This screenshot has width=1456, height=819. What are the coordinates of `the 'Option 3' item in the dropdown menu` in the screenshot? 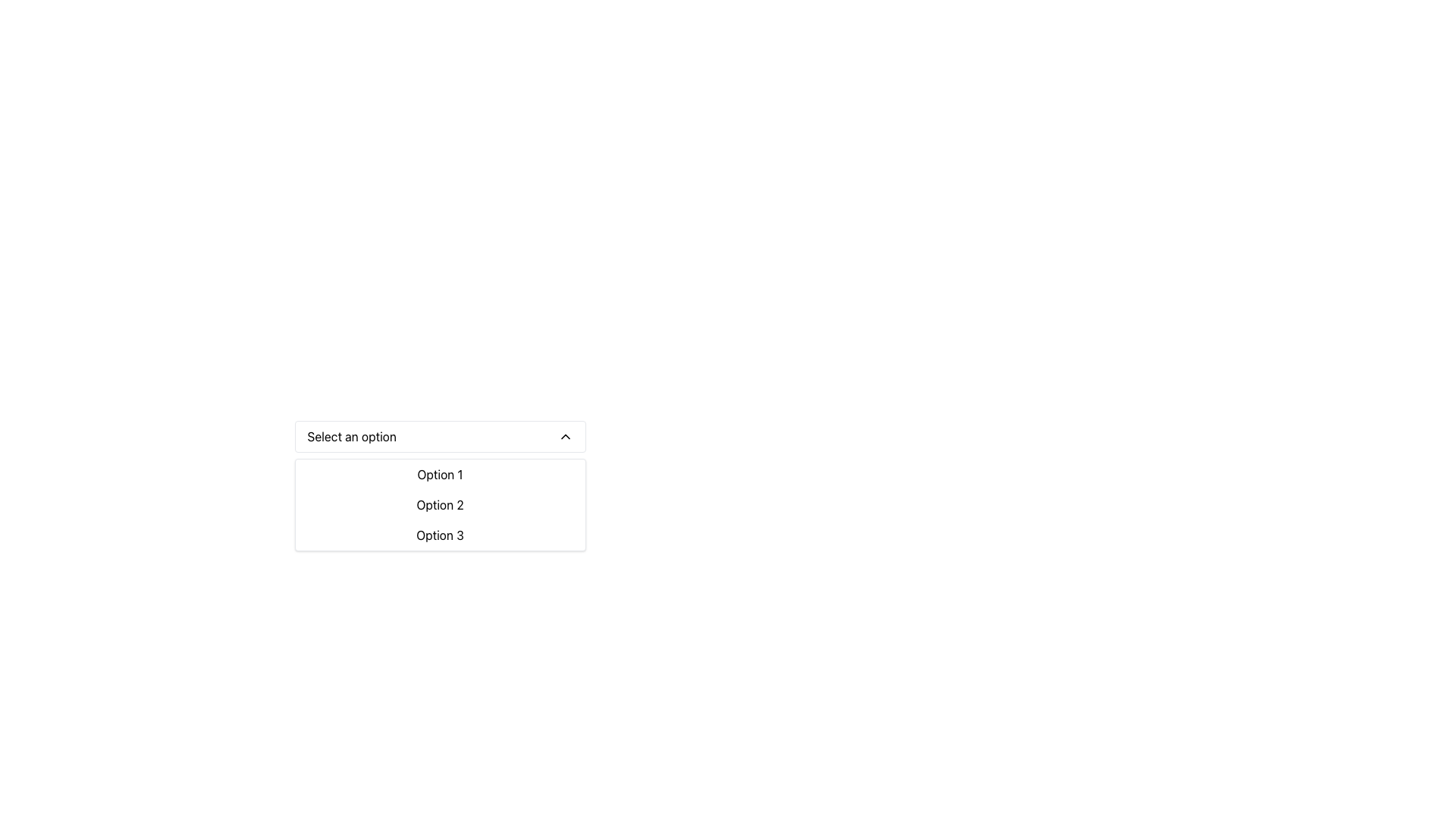 It's located at (439, 534).